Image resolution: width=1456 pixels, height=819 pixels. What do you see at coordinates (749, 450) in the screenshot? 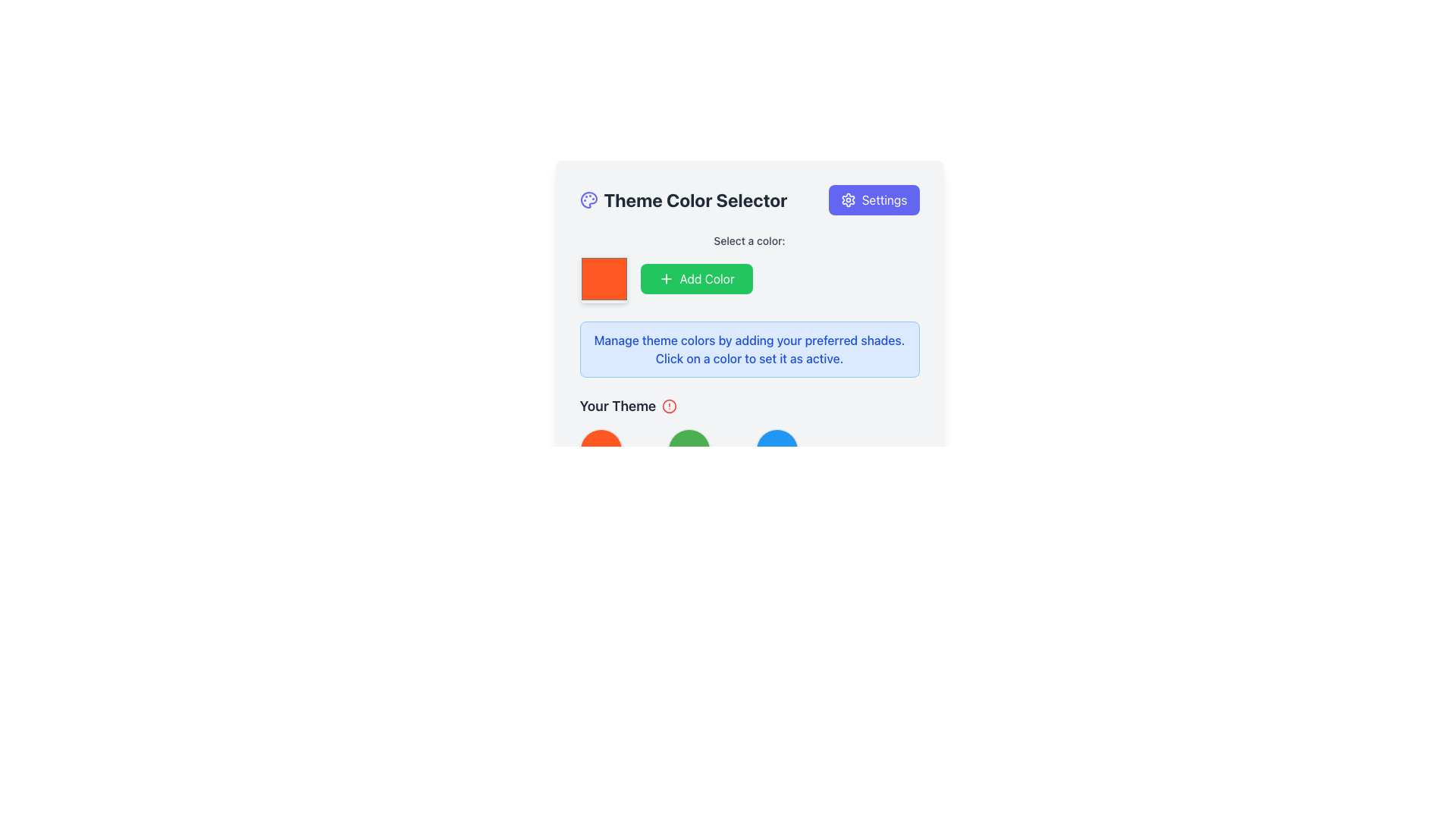
I see `the circular button in the grid layout of selectable buttons` at bounding box center [749, 450].